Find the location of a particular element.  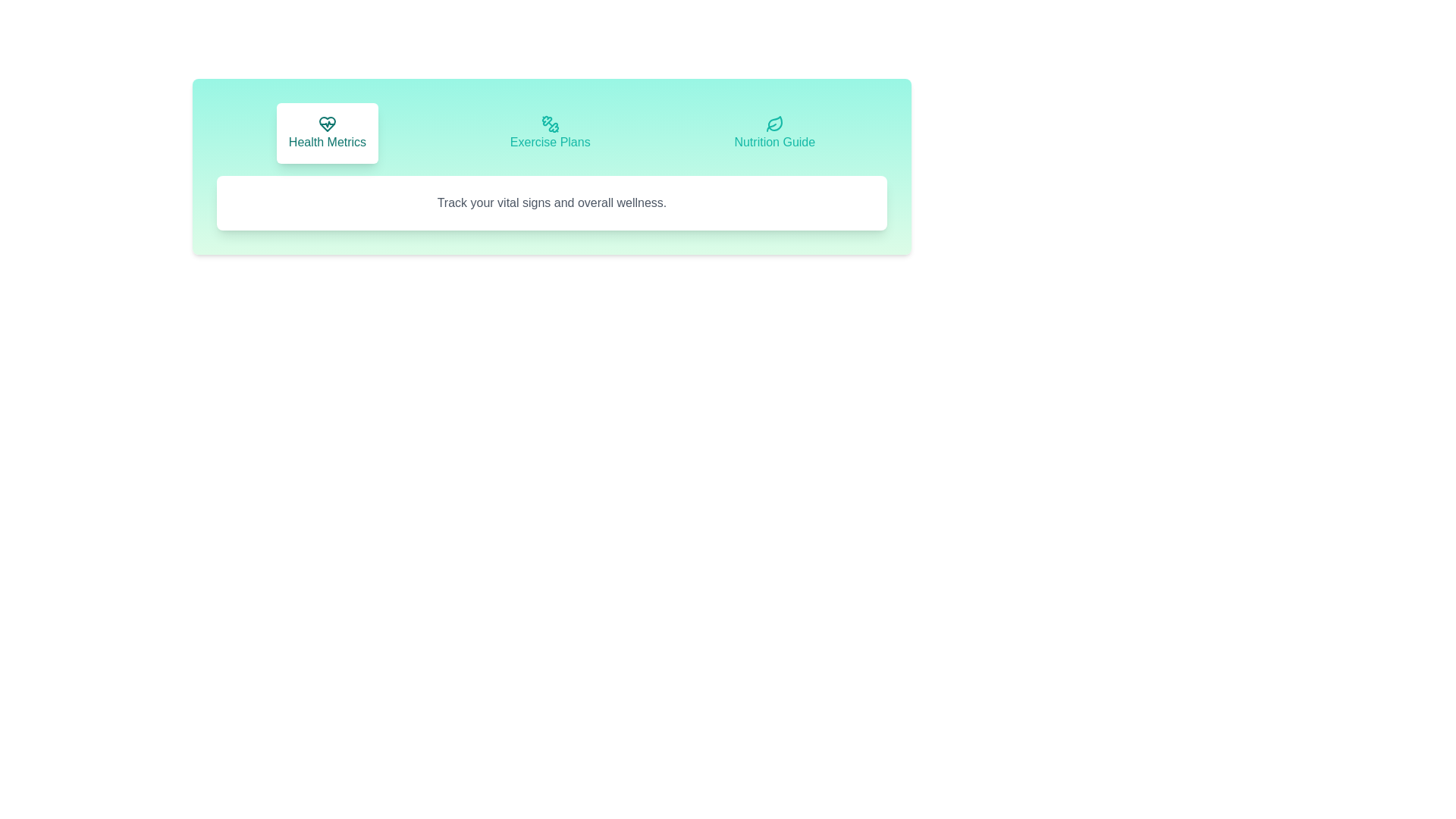

the tab labeled Health Metrics is located at coordinates (327, 133).